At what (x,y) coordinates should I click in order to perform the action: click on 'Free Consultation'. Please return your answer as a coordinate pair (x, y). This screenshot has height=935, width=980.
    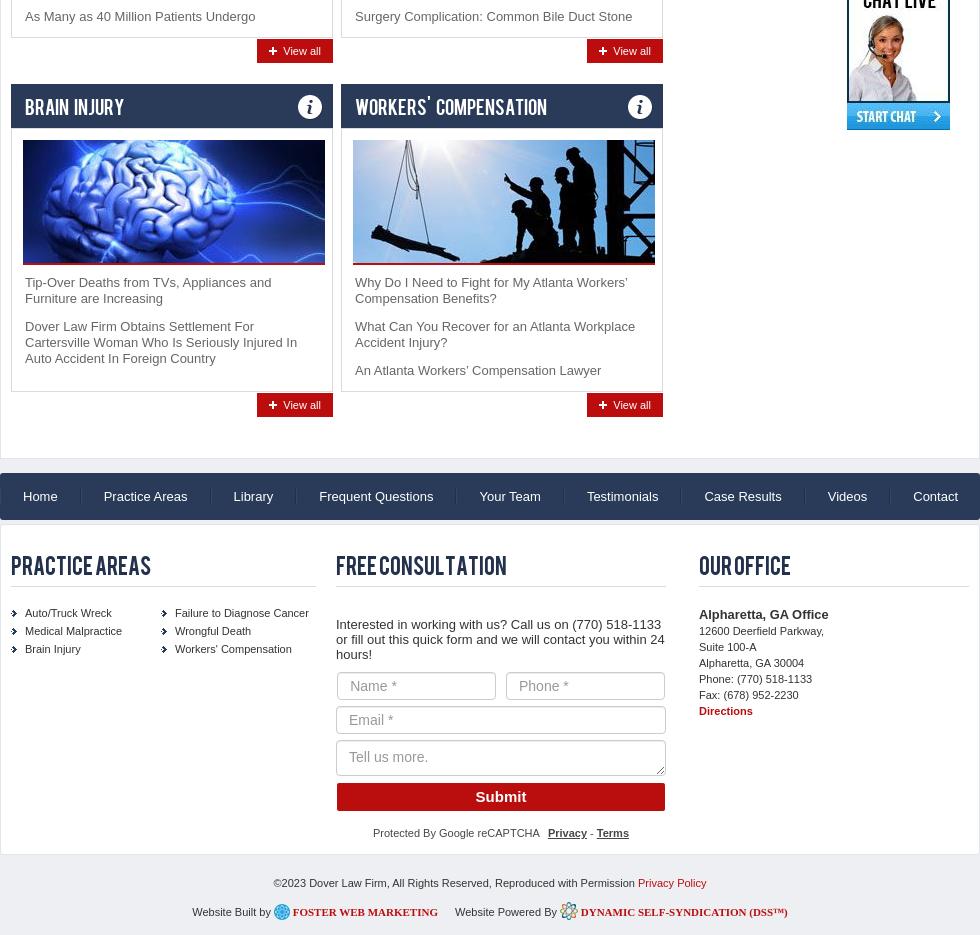
    Looking at the image, I should click on (336, 563).